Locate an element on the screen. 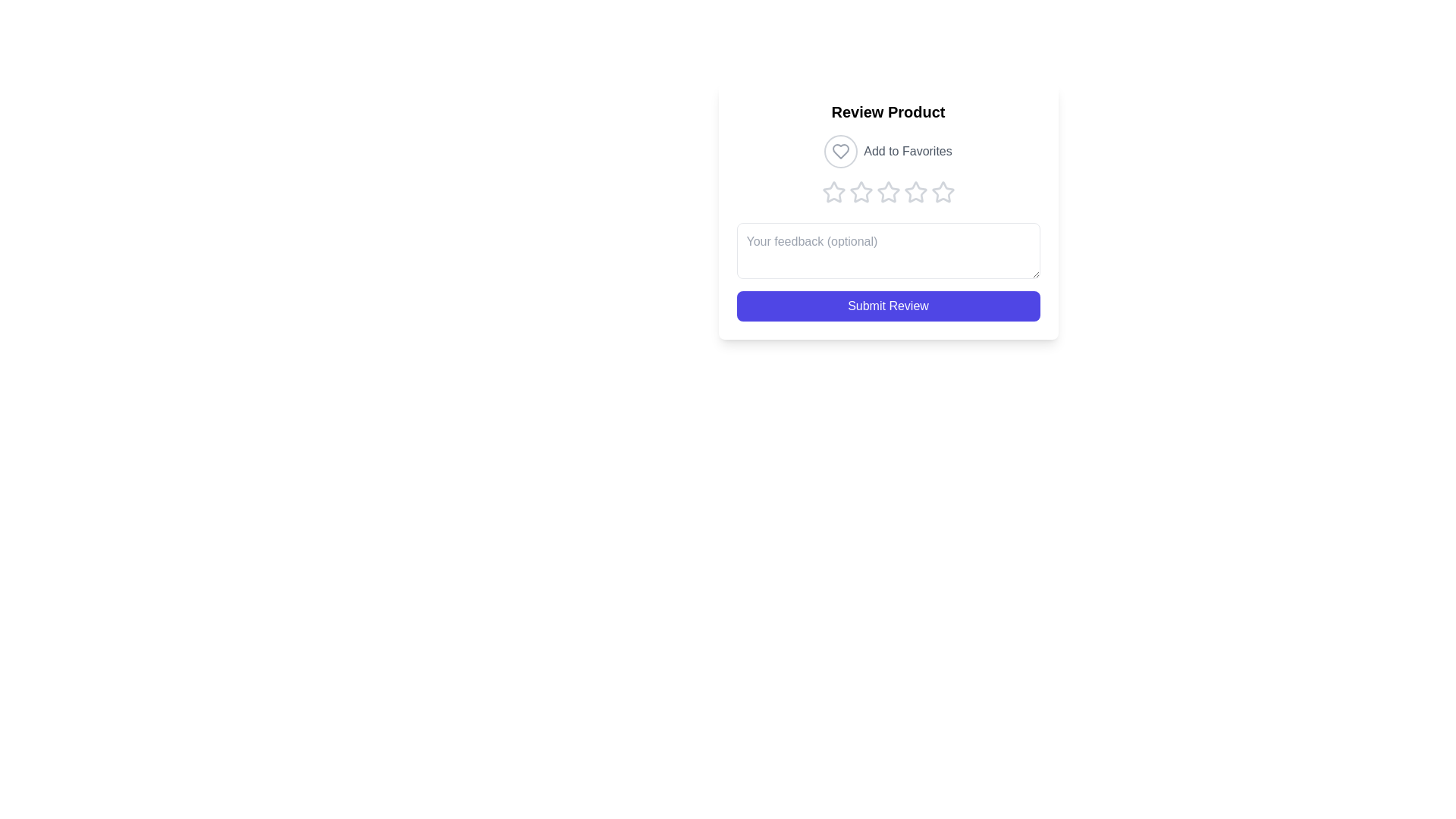 This screenshot has height=819, width=1456. the fourth star button in the 5-star rating system is located at coordinates (915, 192).